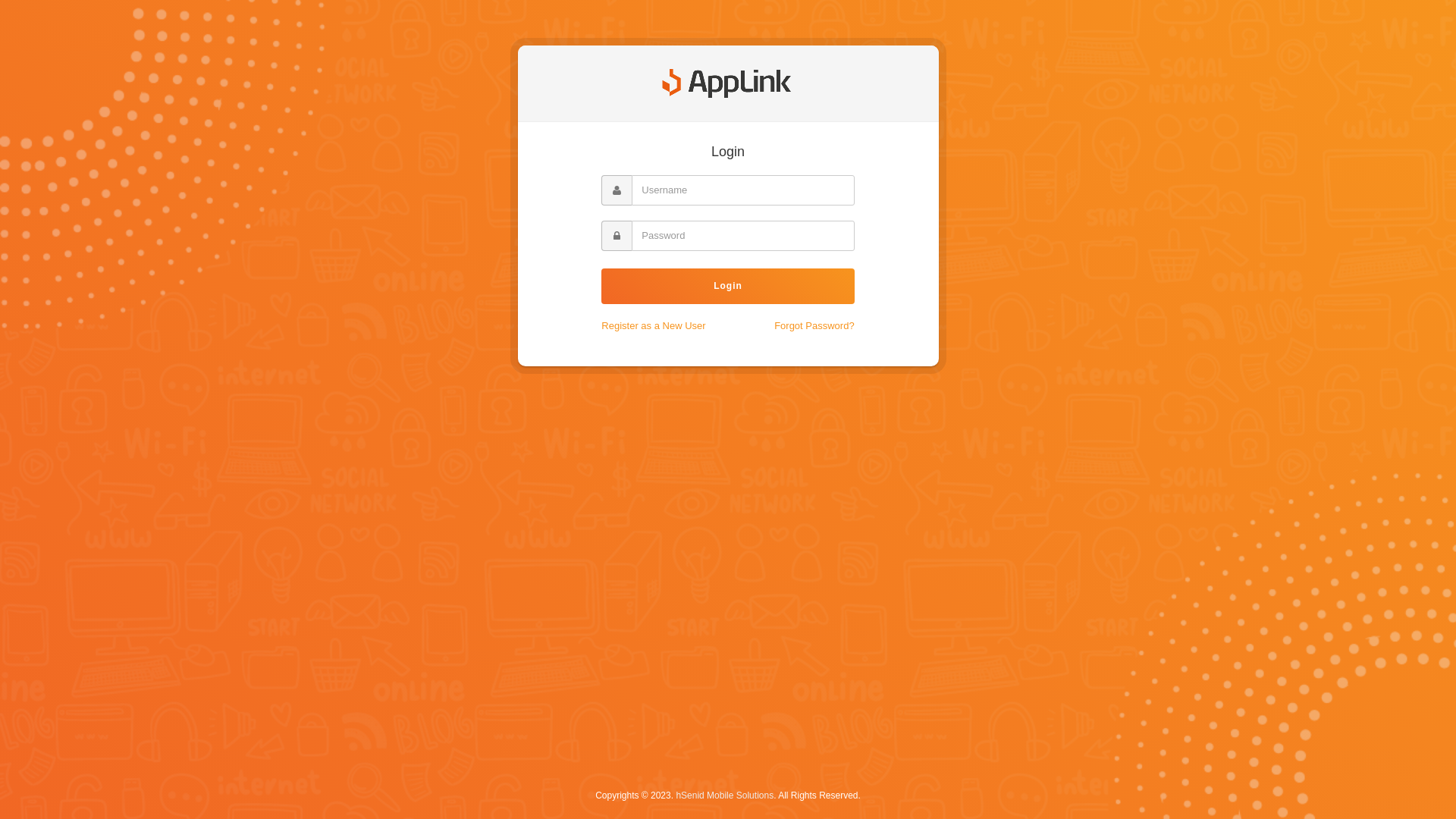 The image size is (1456, 819). Describe the element at coordinates (653, 325) in the screenshot. I see `'Register as a New User'` at that location.